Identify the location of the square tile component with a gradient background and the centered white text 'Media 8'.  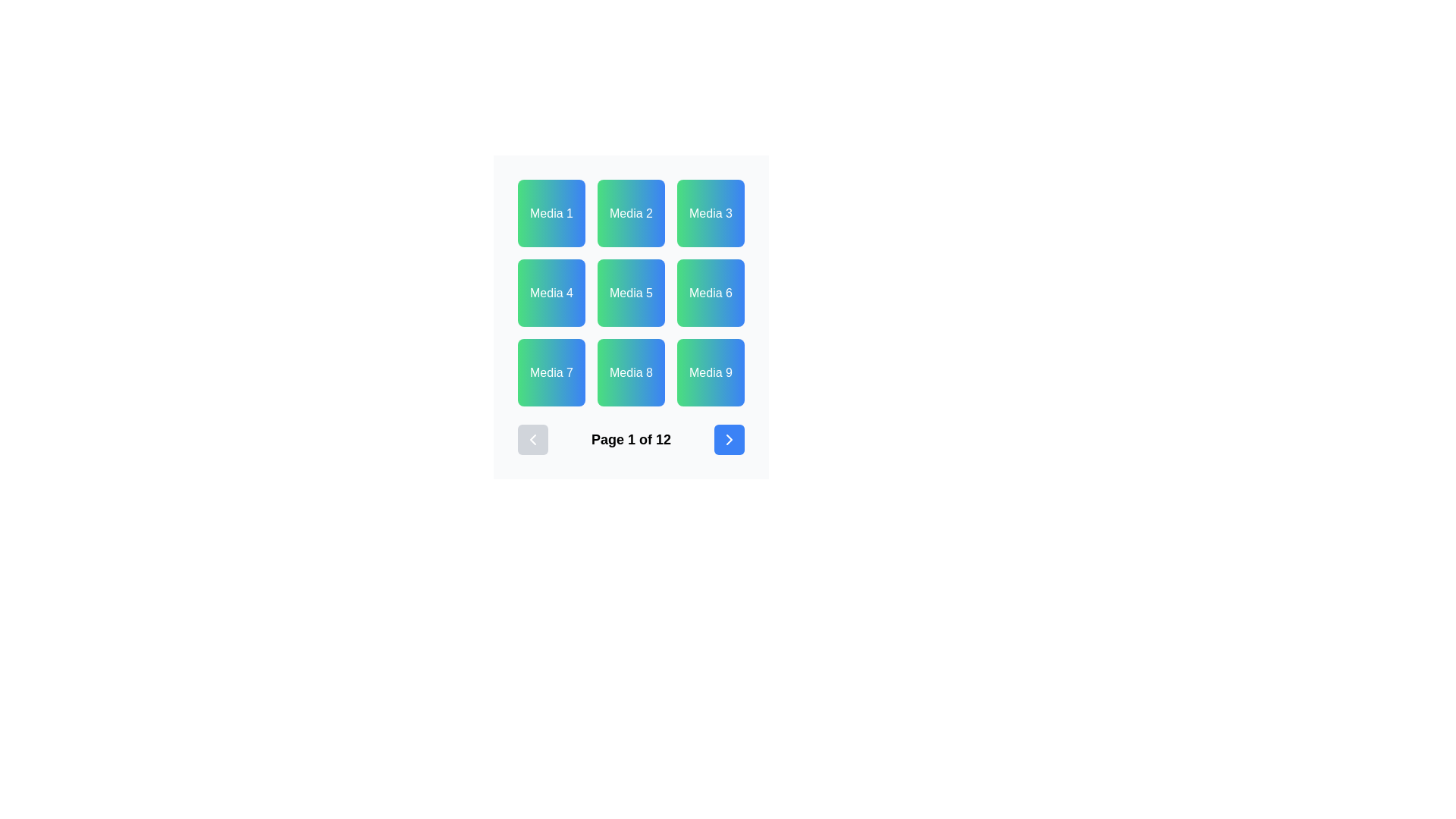
(631, 372).